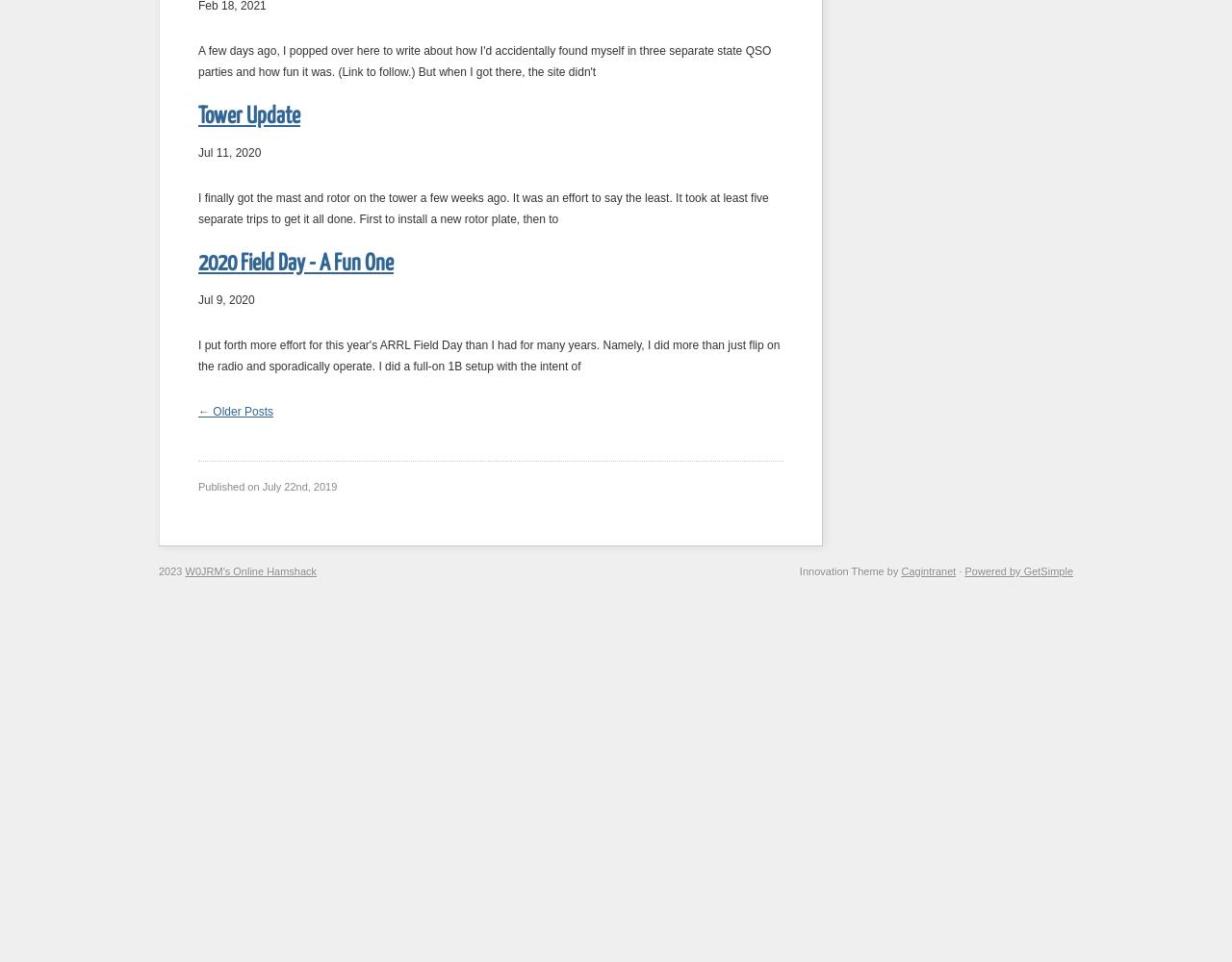  Describe the element at coordinates (484, 61) in the screenshot. I see `'A few days ago, I popped over here to write about how I'd accidentally found myself in three separate state QSO parties and how fun it was. (Link to follow.) But when I got there, the site didn't'` at that location.